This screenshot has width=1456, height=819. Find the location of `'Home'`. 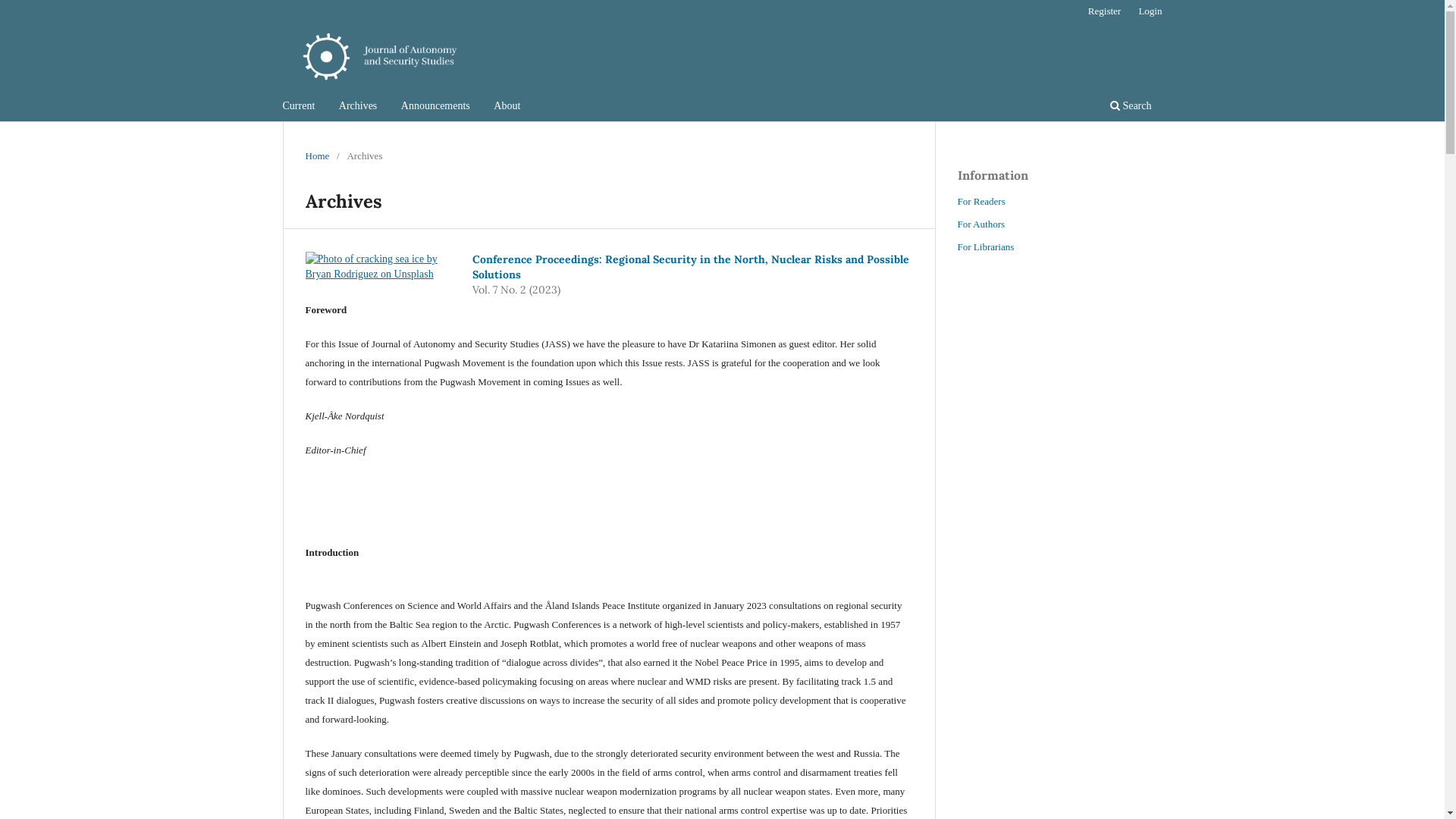

'Home' is located at coordinates (315, 155).